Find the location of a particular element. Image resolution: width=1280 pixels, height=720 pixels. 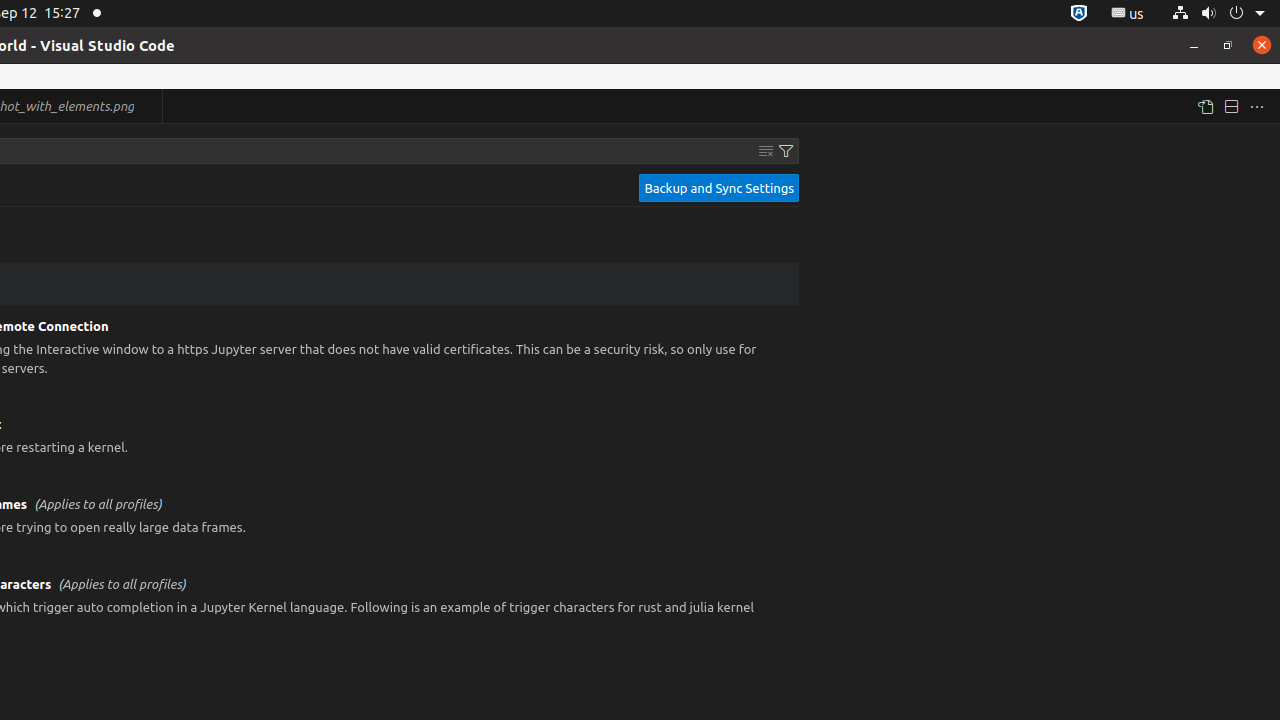

'More Actions...' is located at coordinates (1255, 106).